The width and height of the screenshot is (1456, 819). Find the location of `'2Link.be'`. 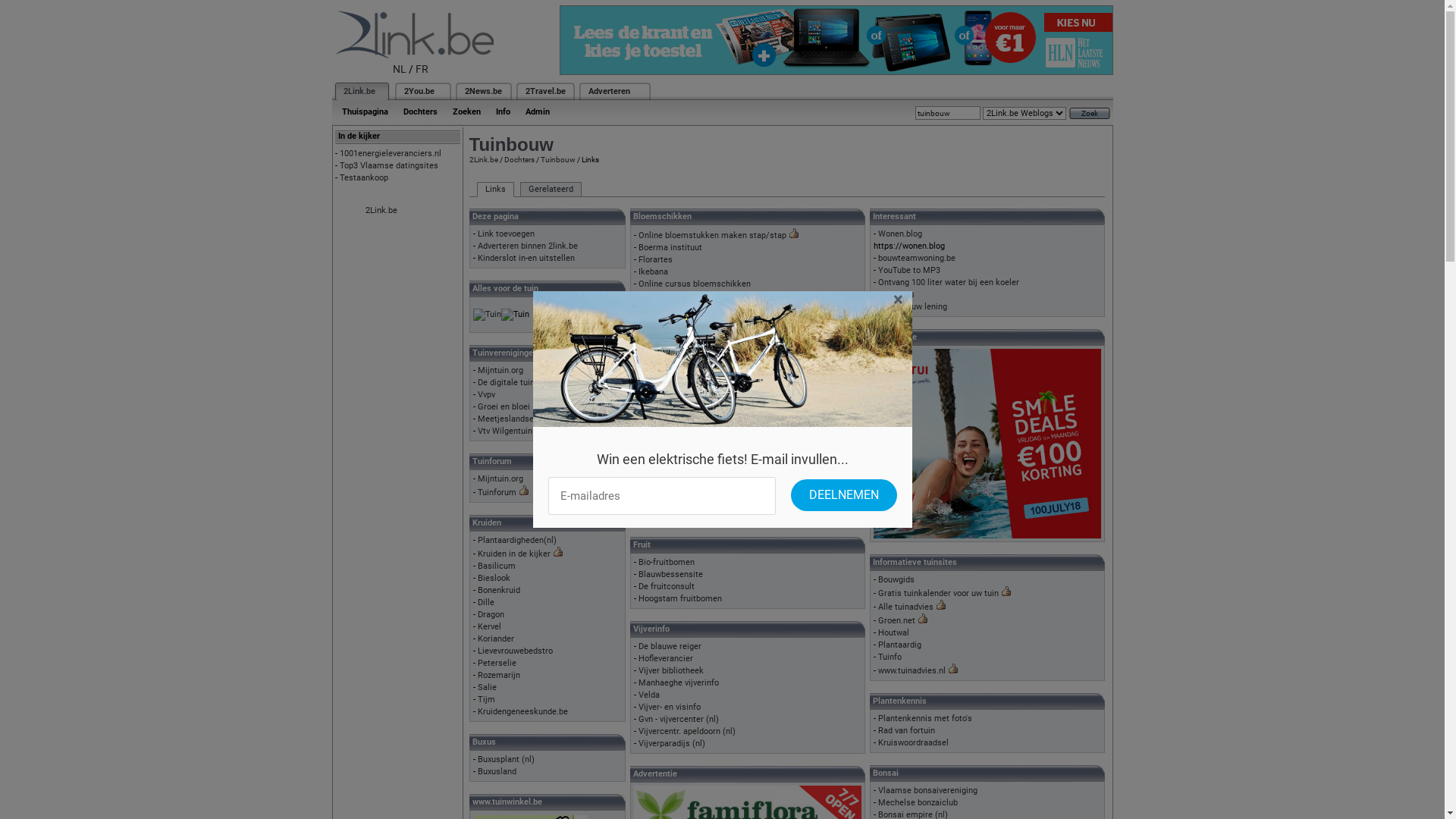

'2Link.be' is located at coordinates (365, 210).